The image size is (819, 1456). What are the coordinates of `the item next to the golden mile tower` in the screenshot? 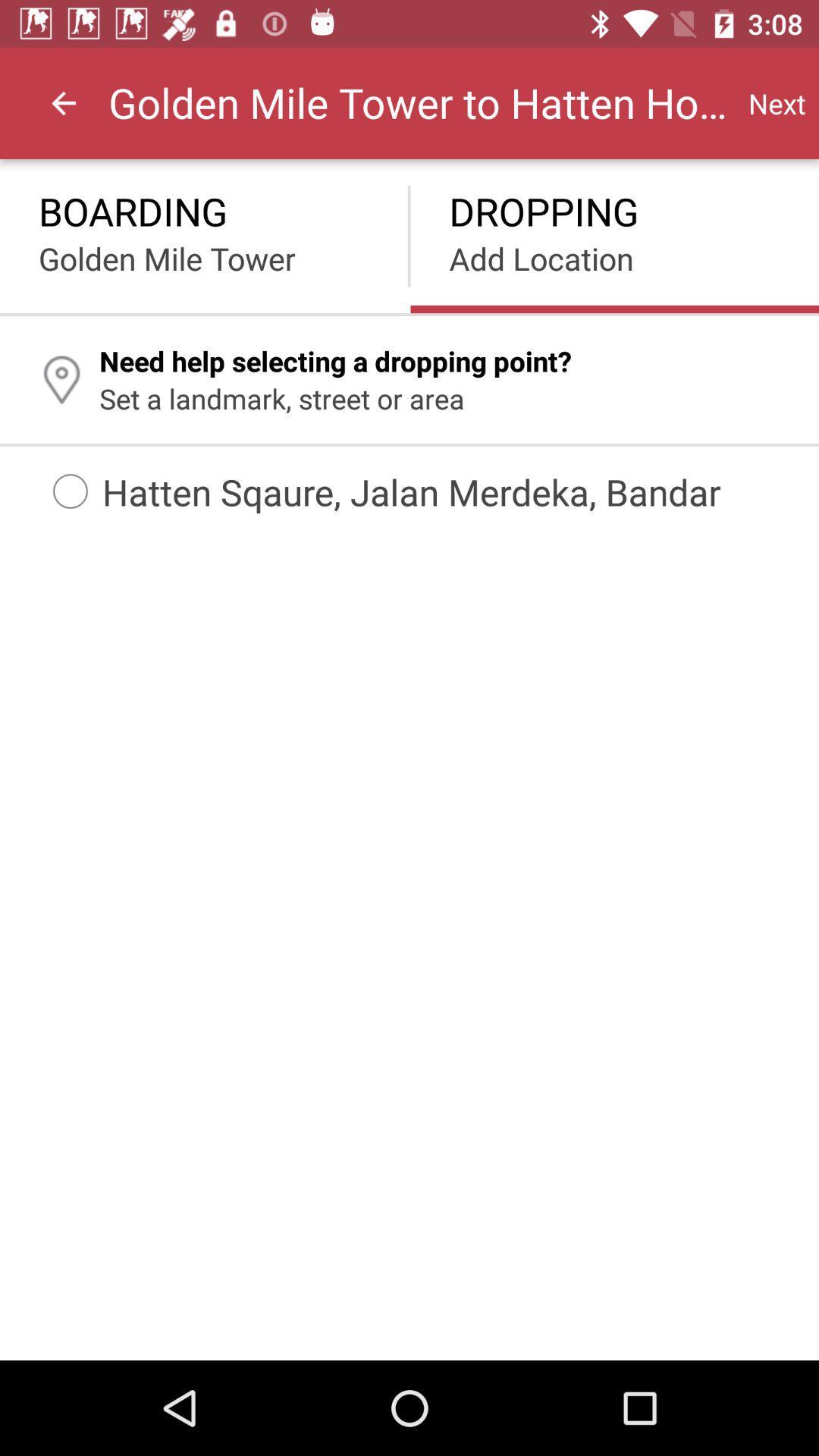 It's located at (777, 102).